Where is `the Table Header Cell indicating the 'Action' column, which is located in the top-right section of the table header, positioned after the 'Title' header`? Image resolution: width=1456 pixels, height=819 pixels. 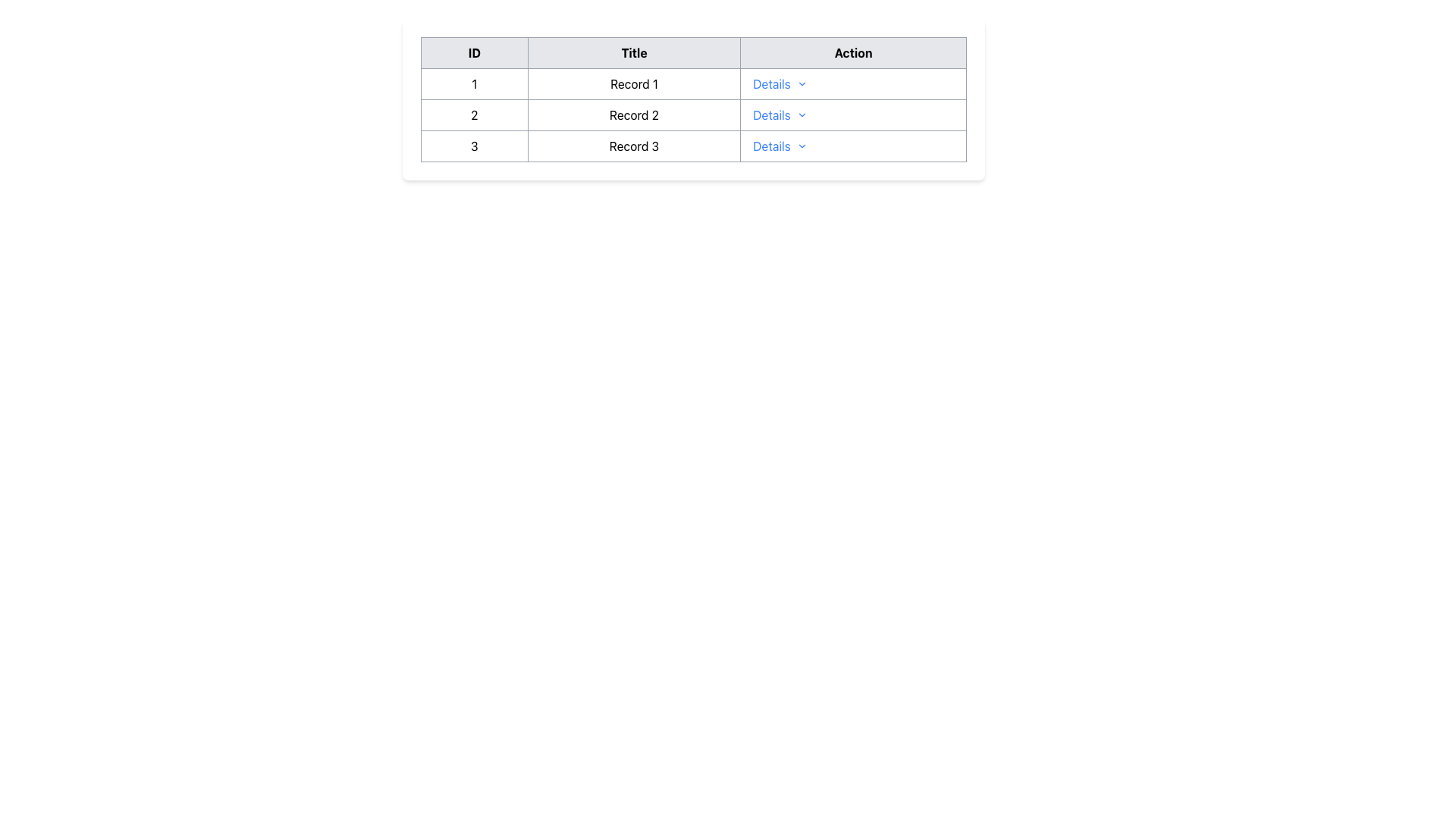 the Table Header Cell indicating the 'Action' column, which is located in the top-right section of the table header, positioned after the 'Title' header is located at coordinates (853, 52).